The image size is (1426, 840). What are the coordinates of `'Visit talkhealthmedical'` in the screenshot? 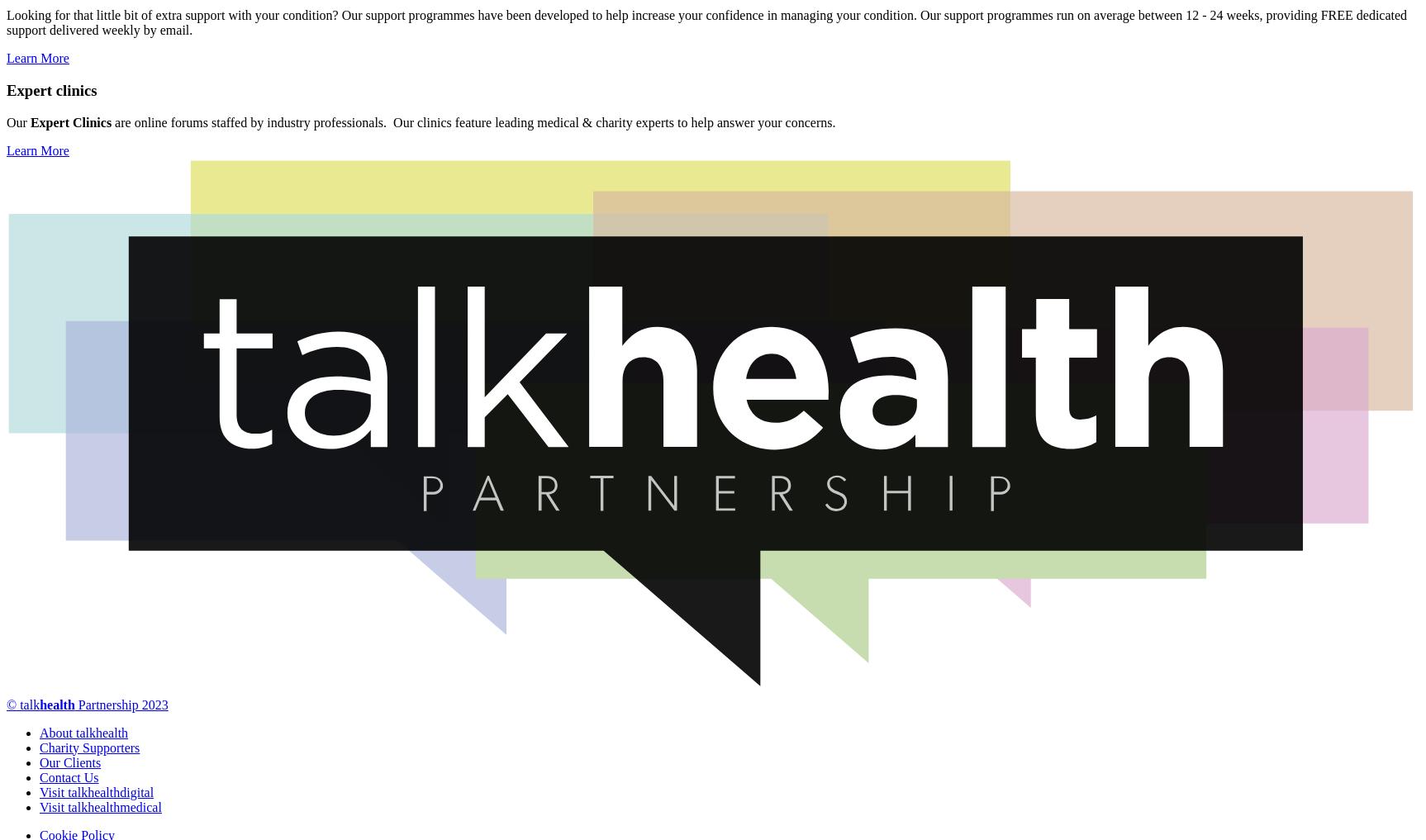 It's located at (99, 806).